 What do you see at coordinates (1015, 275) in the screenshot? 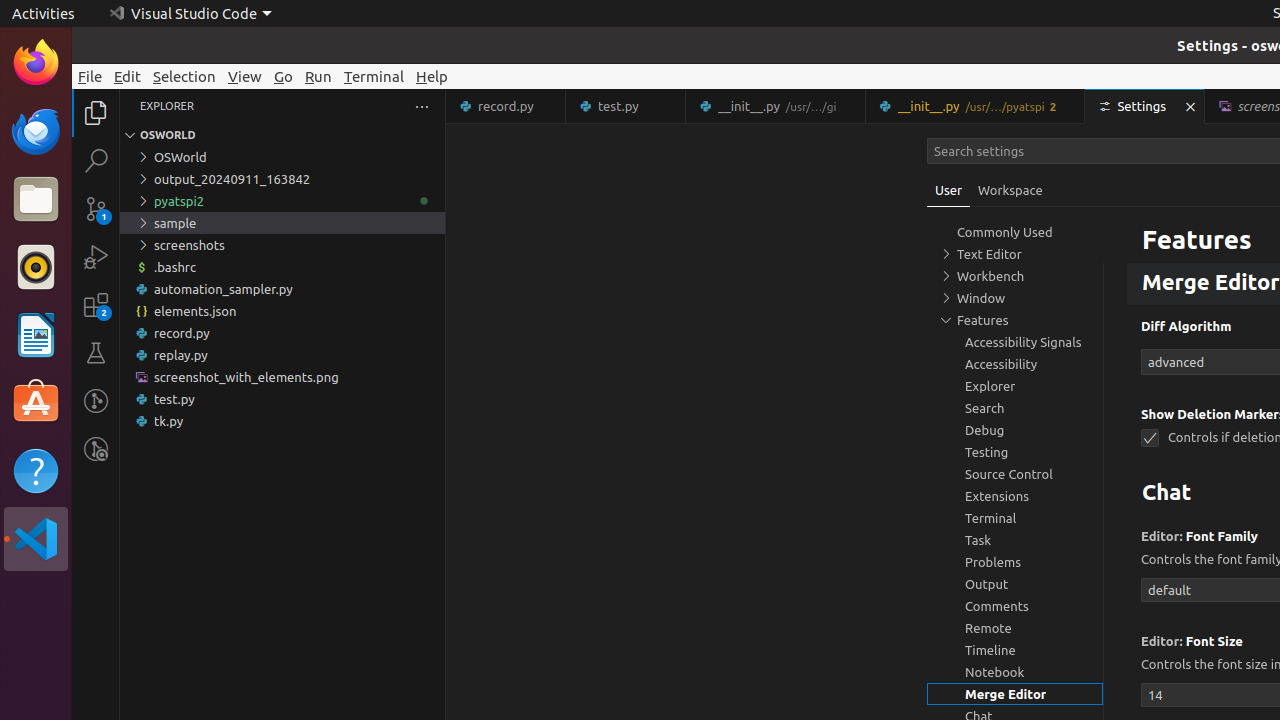
I see `'Workbench, group'` at bounding box center [1015, 275].